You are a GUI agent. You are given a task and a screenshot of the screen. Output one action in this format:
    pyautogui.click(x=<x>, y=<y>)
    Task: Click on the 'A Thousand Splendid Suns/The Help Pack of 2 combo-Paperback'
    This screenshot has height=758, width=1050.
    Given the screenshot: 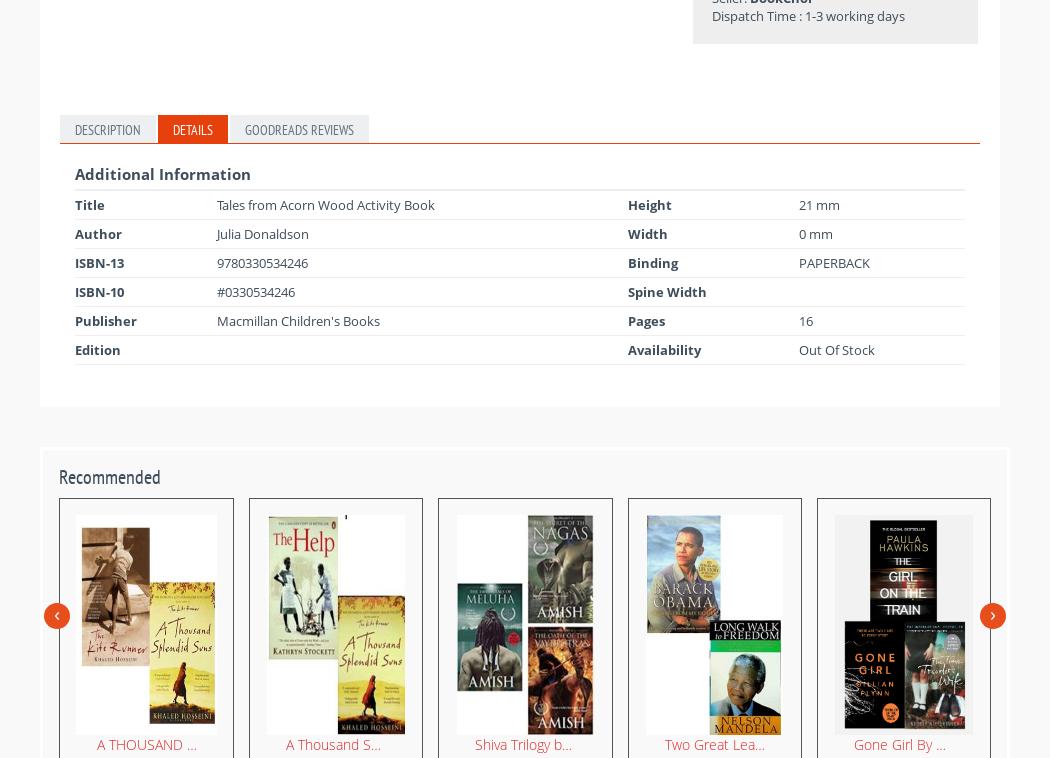 What is the action you would take?
    pyautogui.click(x=487, y=743)
    